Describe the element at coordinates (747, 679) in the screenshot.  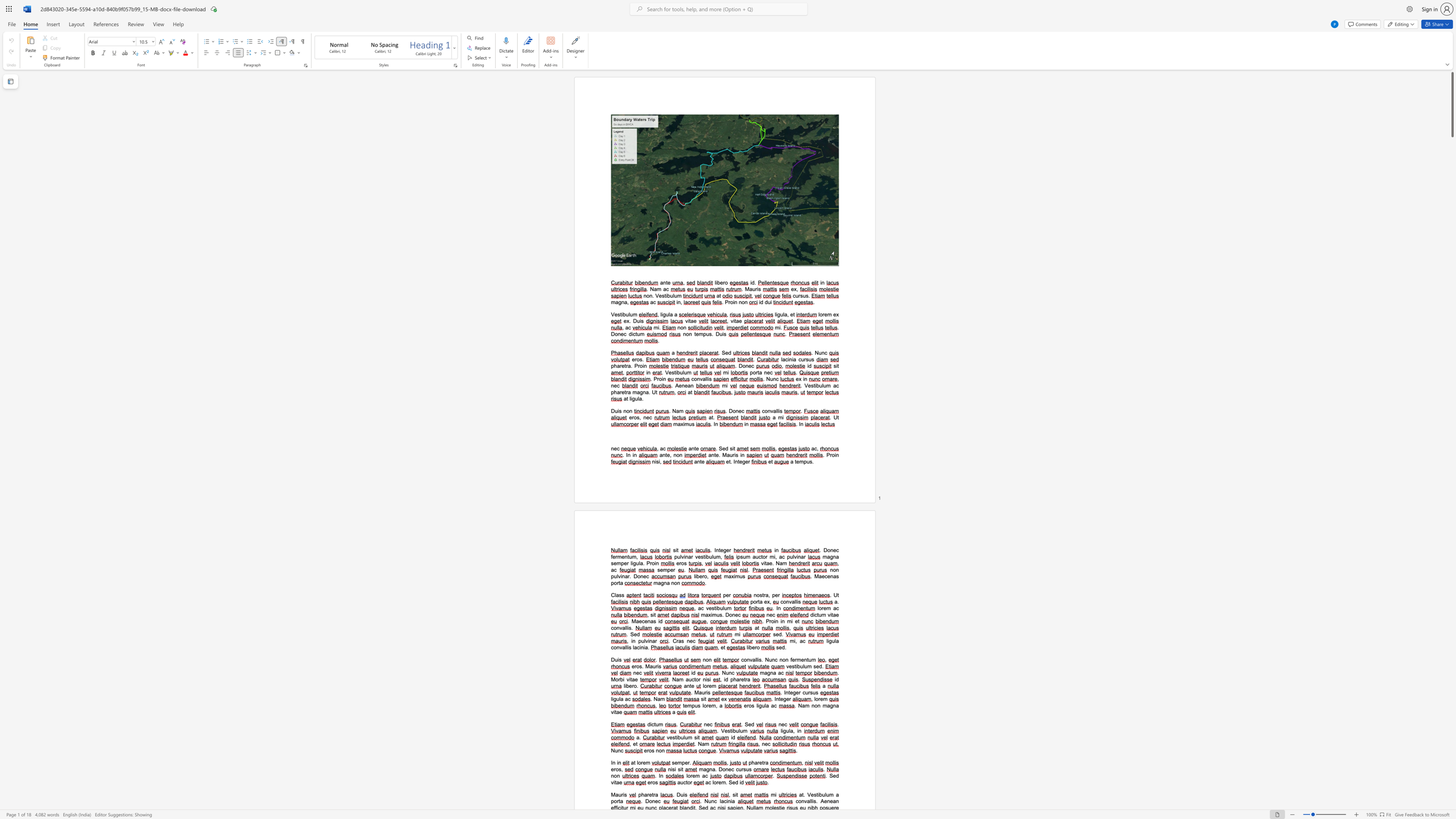
I see `the space between the continuous character "r" and "a" in the text` at that location.